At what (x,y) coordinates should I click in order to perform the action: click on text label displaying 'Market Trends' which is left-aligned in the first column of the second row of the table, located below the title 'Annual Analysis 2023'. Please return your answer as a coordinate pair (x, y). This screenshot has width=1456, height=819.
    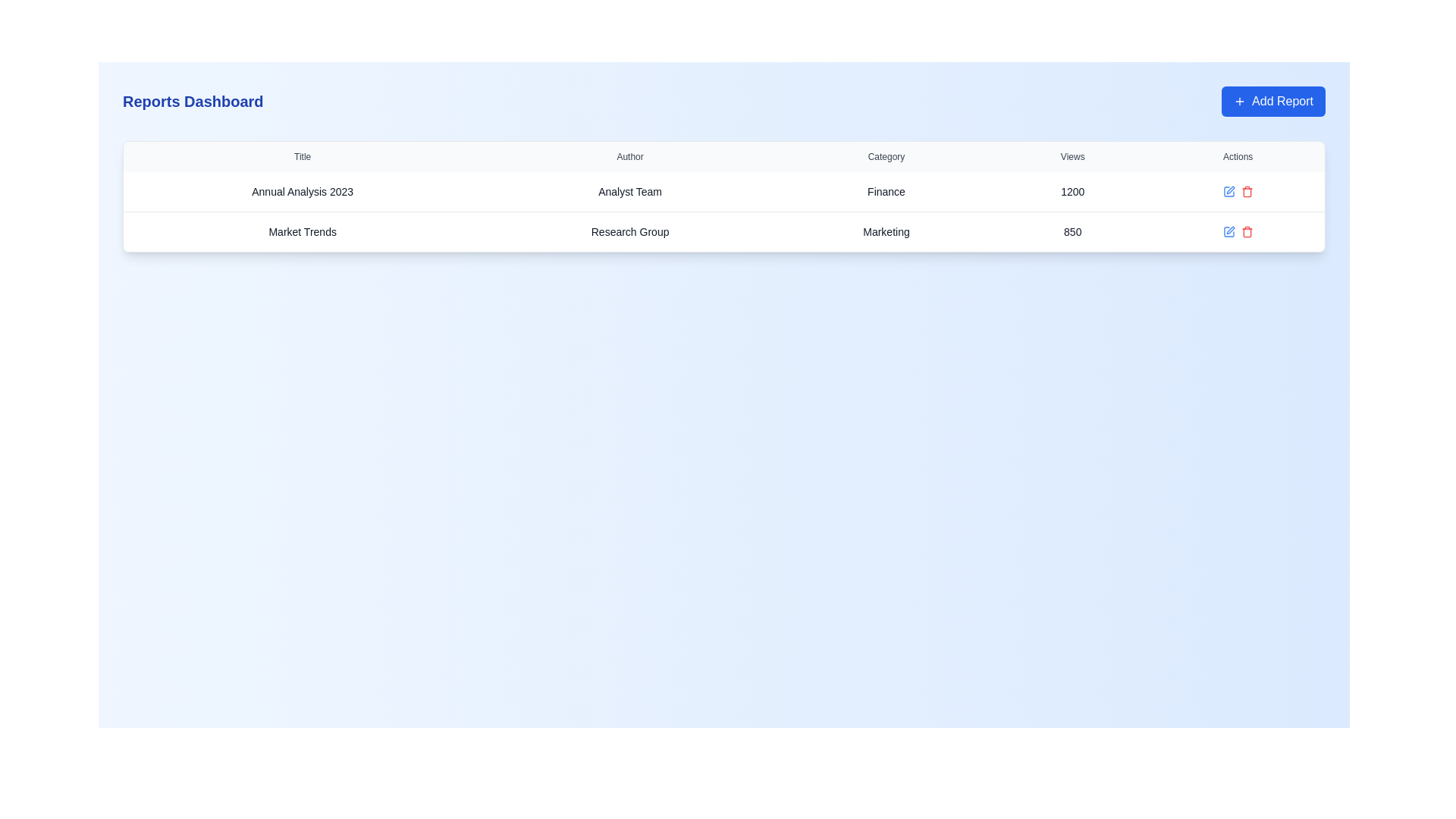
    Looking at the image, I should click on (303, 231).